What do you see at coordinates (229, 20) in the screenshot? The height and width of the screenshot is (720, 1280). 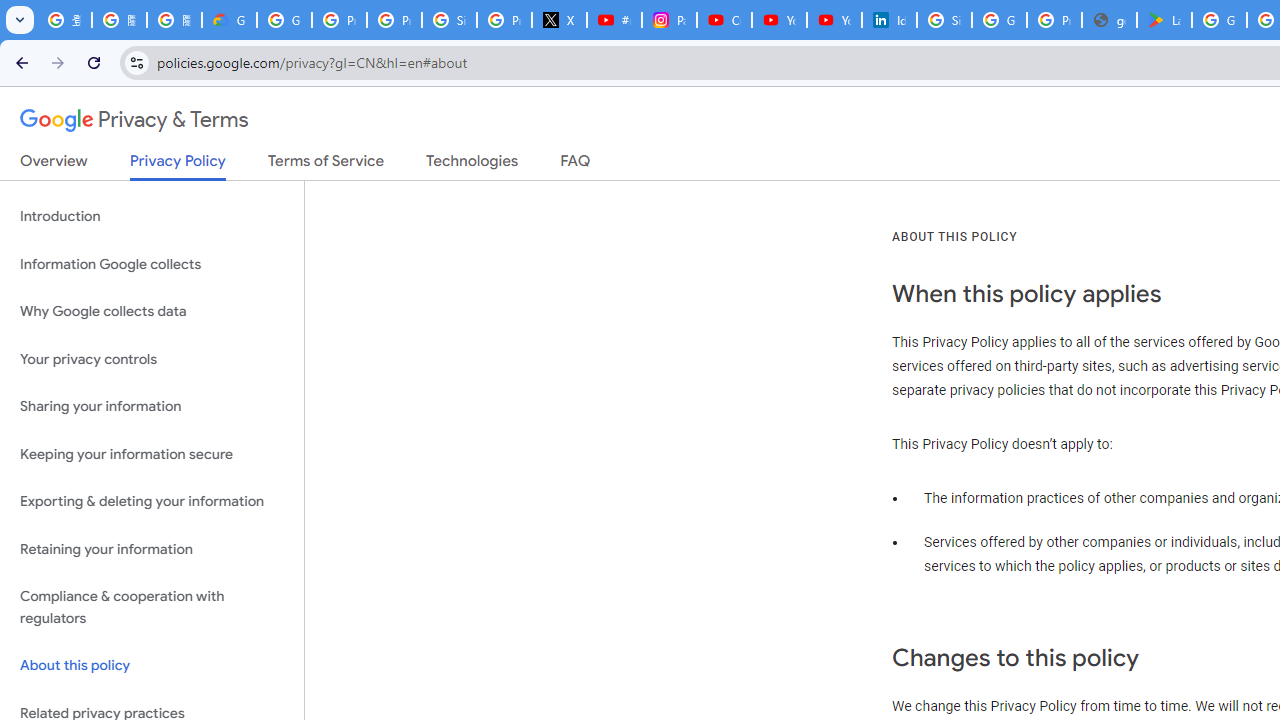 I see `'Google Cloud Privacy Notice'` at bounding box center [229, 20].